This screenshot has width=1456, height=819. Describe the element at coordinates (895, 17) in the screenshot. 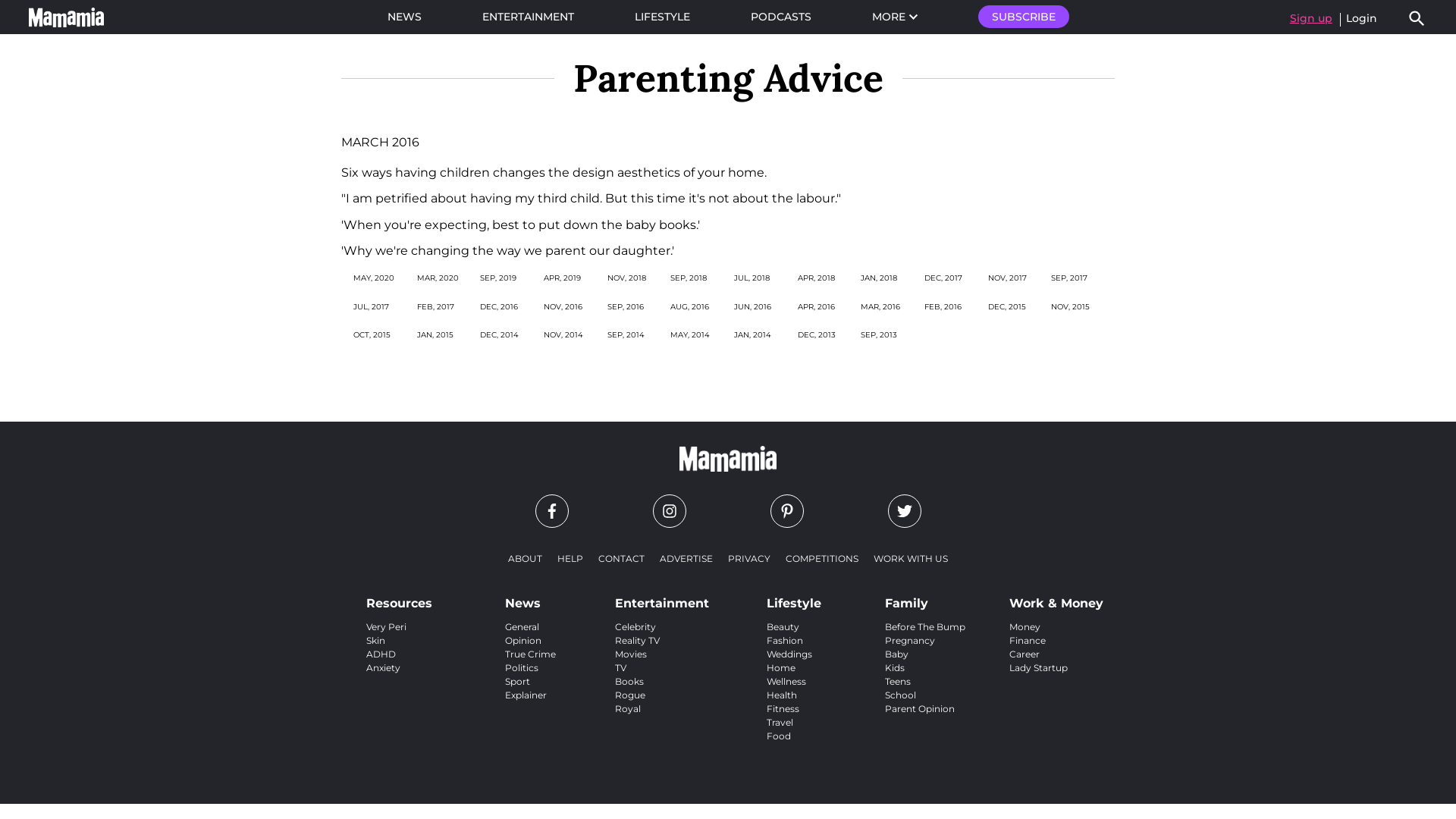

I see `'MORE'` at that location.